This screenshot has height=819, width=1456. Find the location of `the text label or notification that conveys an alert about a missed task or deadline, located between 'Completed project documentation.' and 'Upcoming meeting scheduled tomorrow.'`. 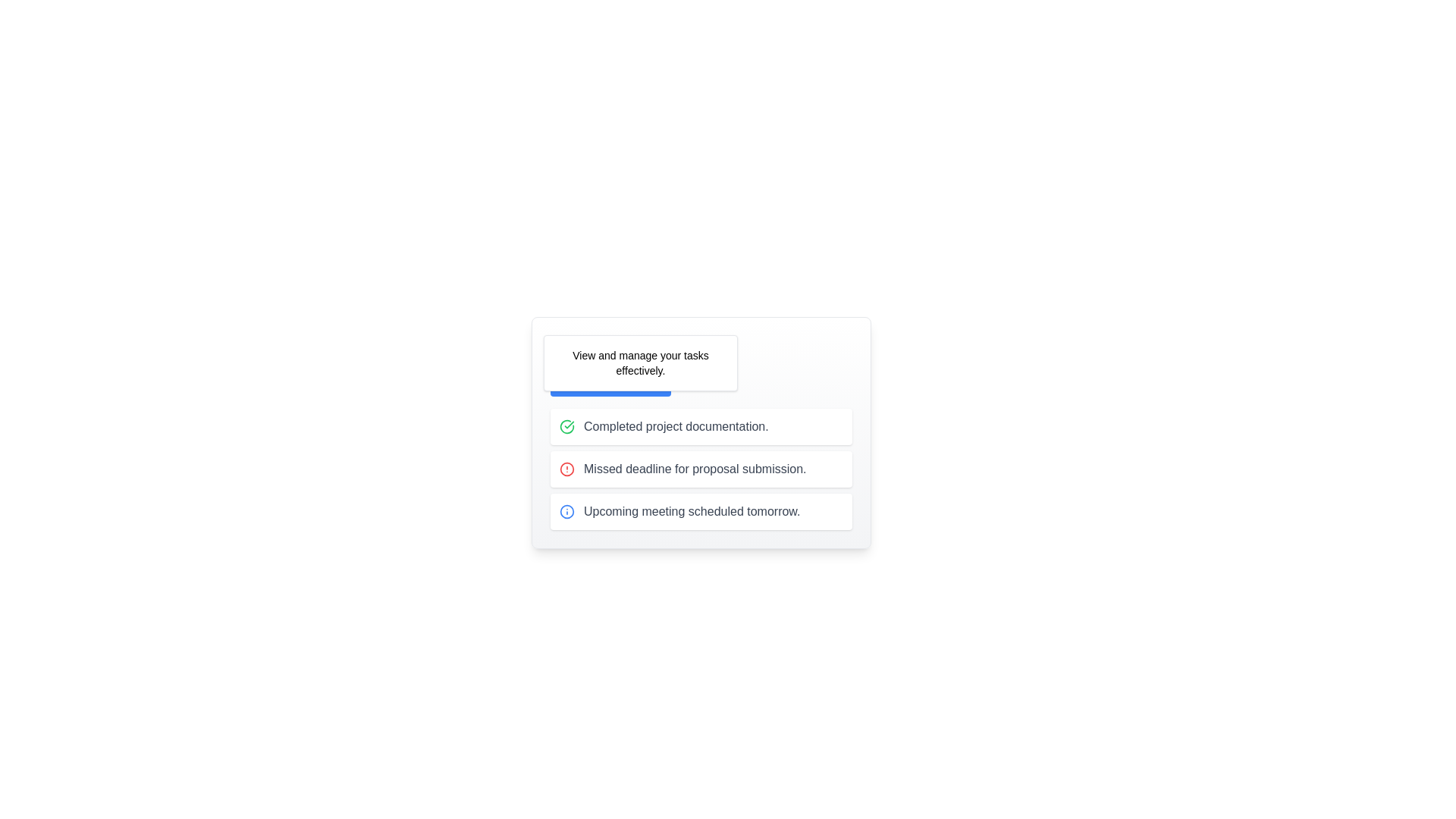

the text label or notification that conveys an alert about a missed task or deadline, located between 'Completed project documentation.' and 'Upcoming meeting scheduled tomorrow.' is located at coordinates (694, 468).